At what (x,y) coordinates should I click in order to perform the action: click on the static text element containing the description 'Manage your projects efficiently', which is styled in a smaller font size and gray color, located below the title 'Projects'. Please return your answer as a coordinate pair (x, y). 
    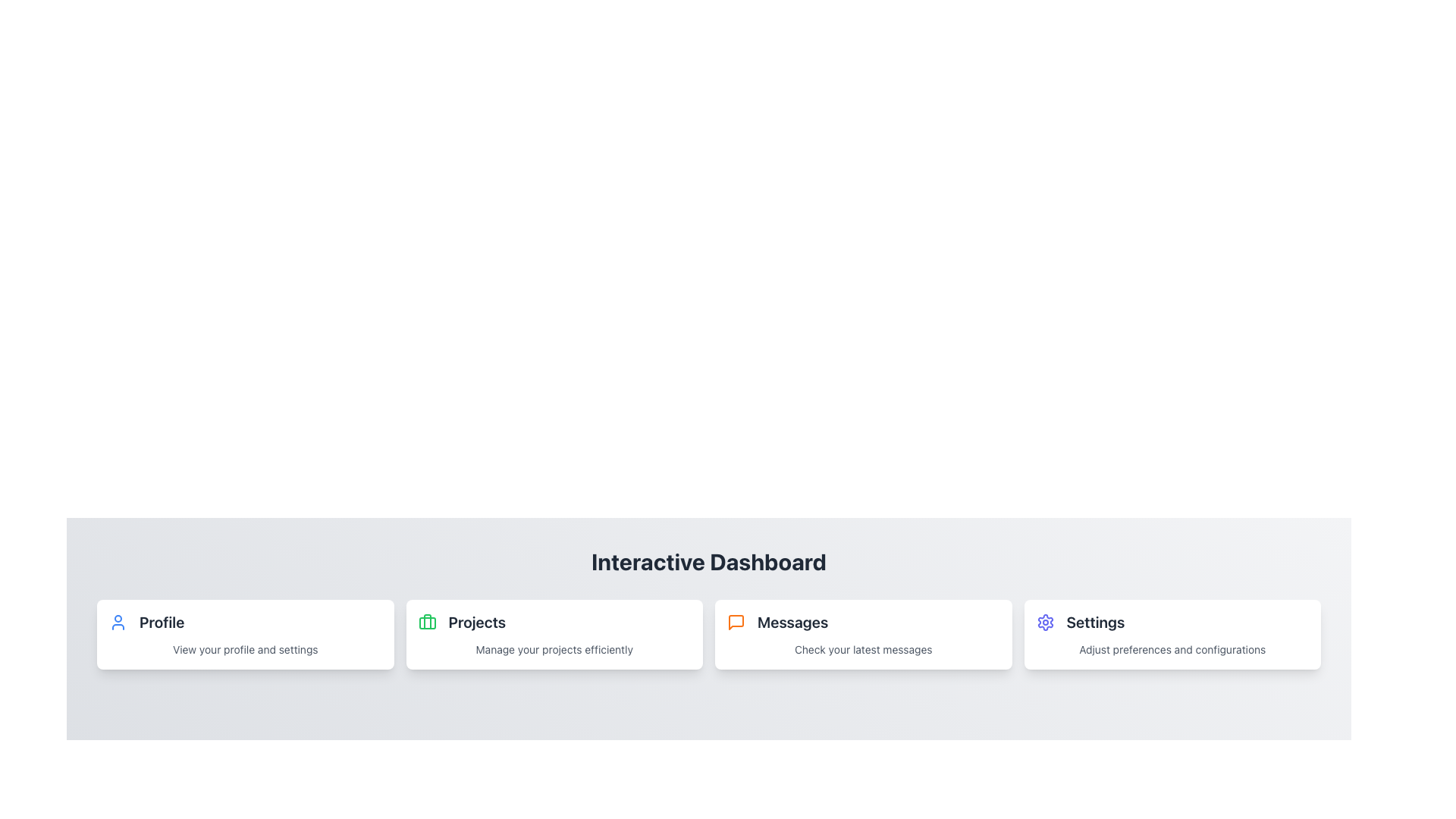
    Looking at the image, I should click on (554, 648).